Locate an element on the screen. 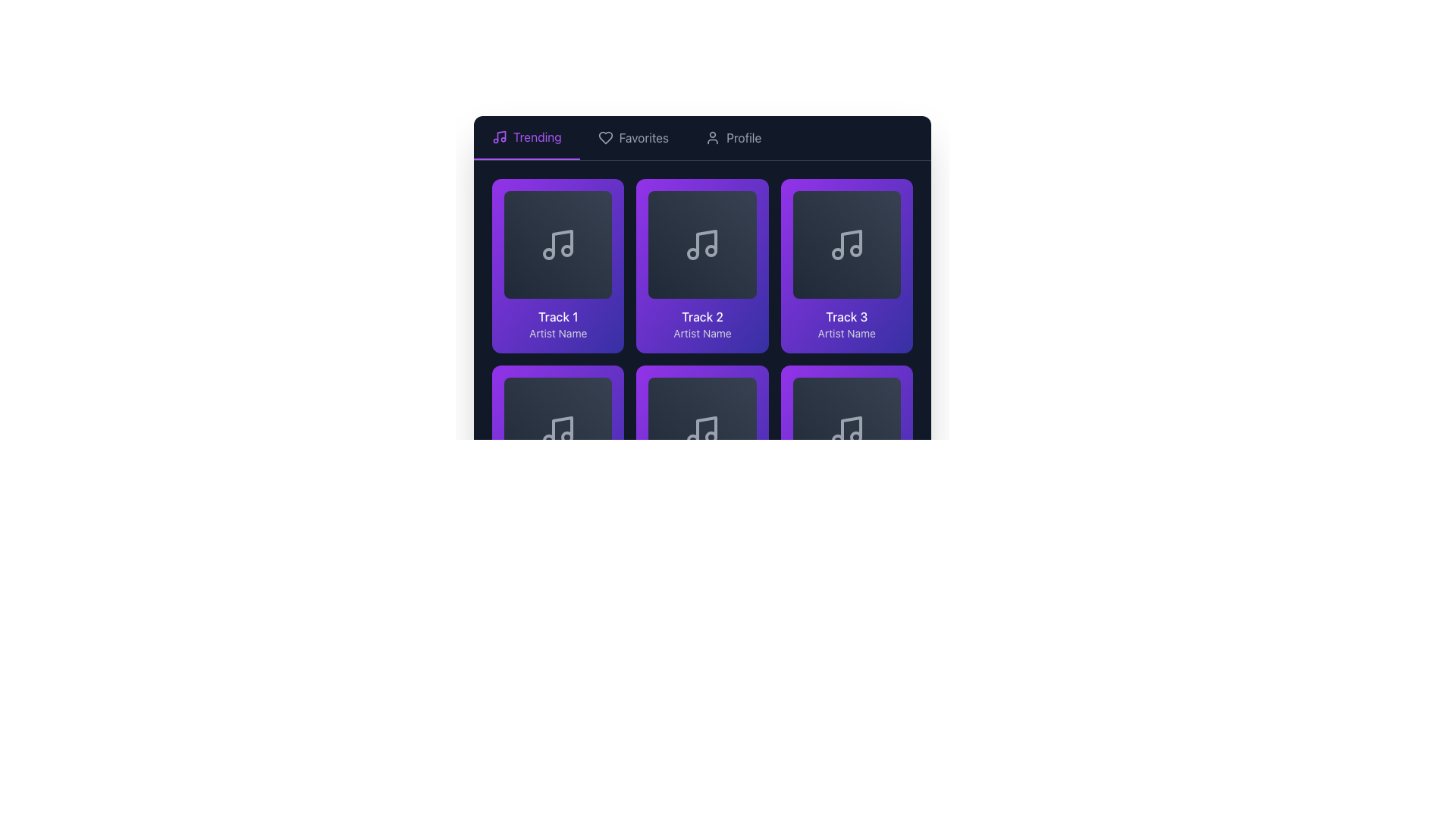  the 'Profile' icon in the top navigation bar, which is located between the 'Favorites' option and the 'Profile' text label is located at coordinates (712, 137).